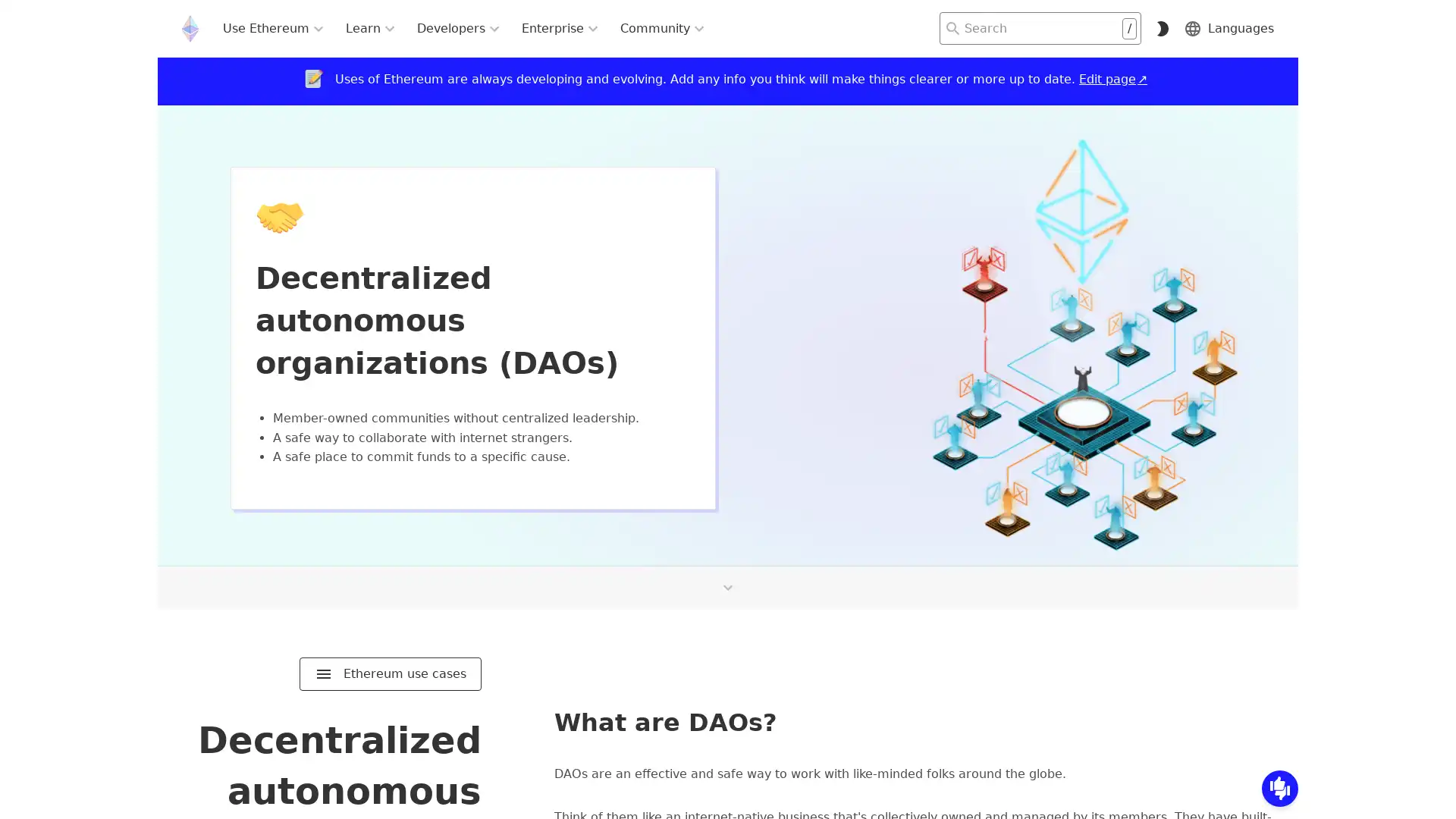 The height and width of the screenshot is (819, 1456). Describe the element at coordinates (390, 673) in the screenshot. I see `Ethereum use cases` at that location.